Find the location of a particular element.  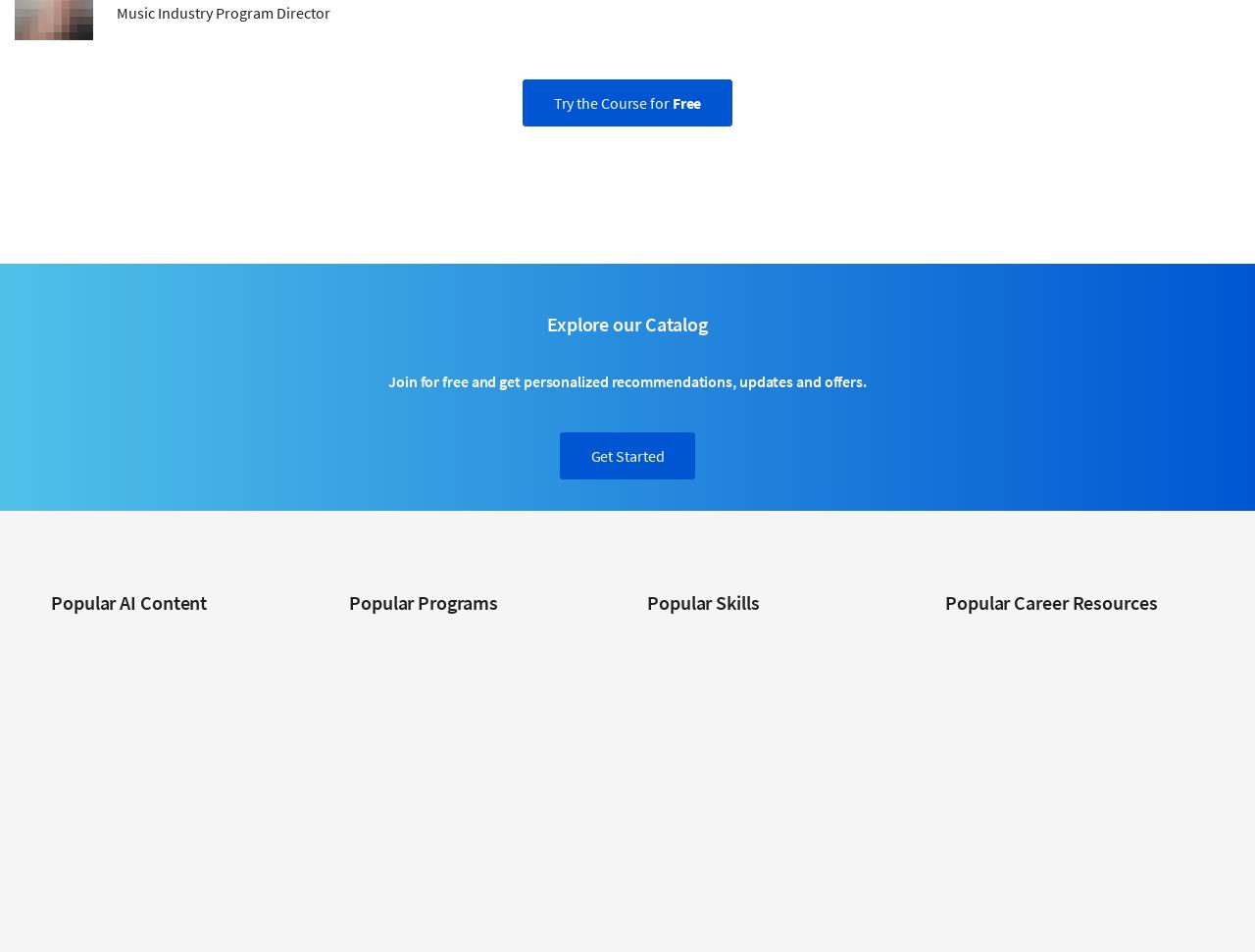

'Popular PMI Certifications' is located at coordinates (1020, 901).